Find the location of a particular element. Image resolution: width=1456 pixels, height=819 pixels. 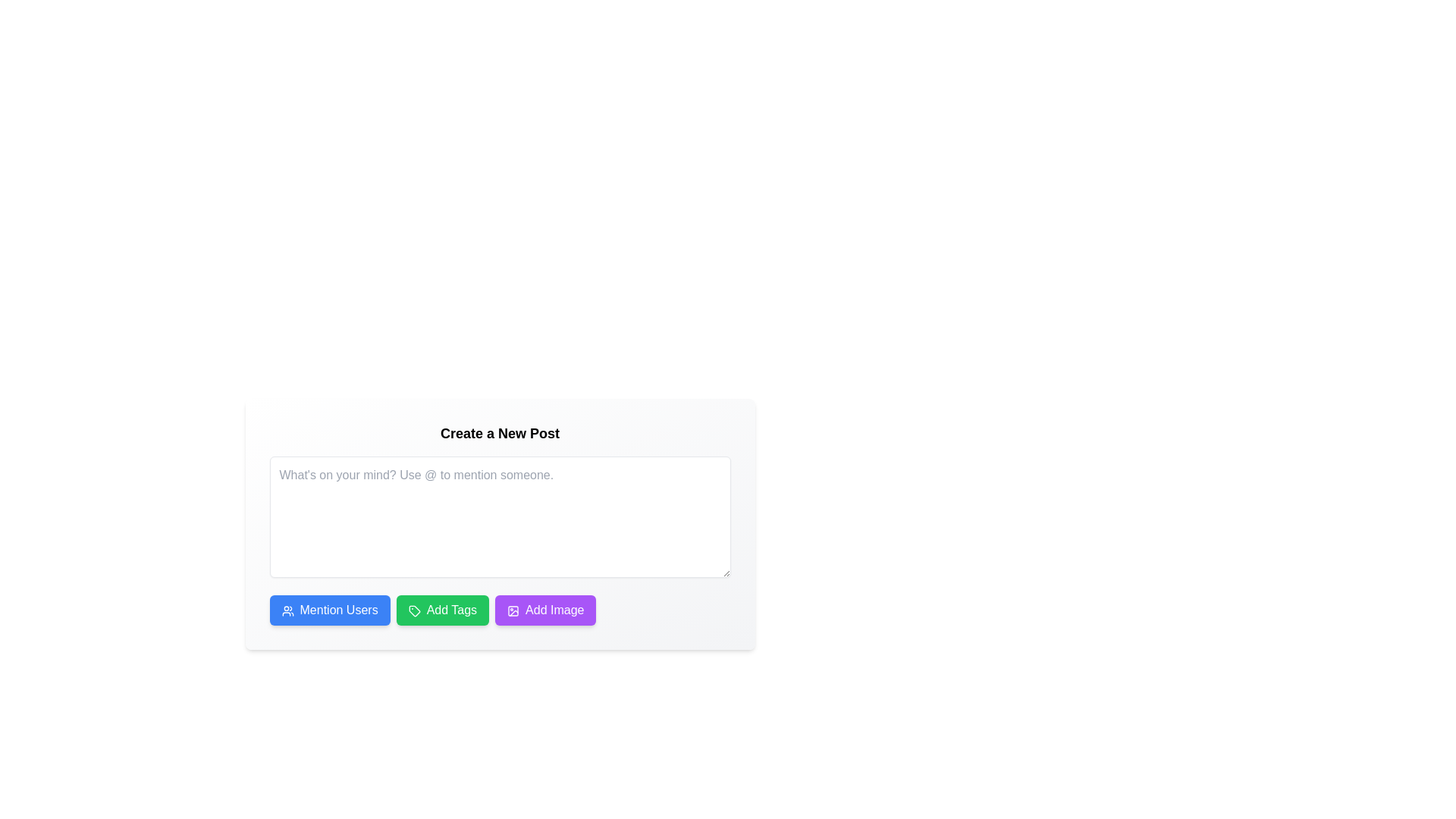

the 'Add Tags' button, which is styled with a green background and white rounded text is located at coordinates (441, 610).